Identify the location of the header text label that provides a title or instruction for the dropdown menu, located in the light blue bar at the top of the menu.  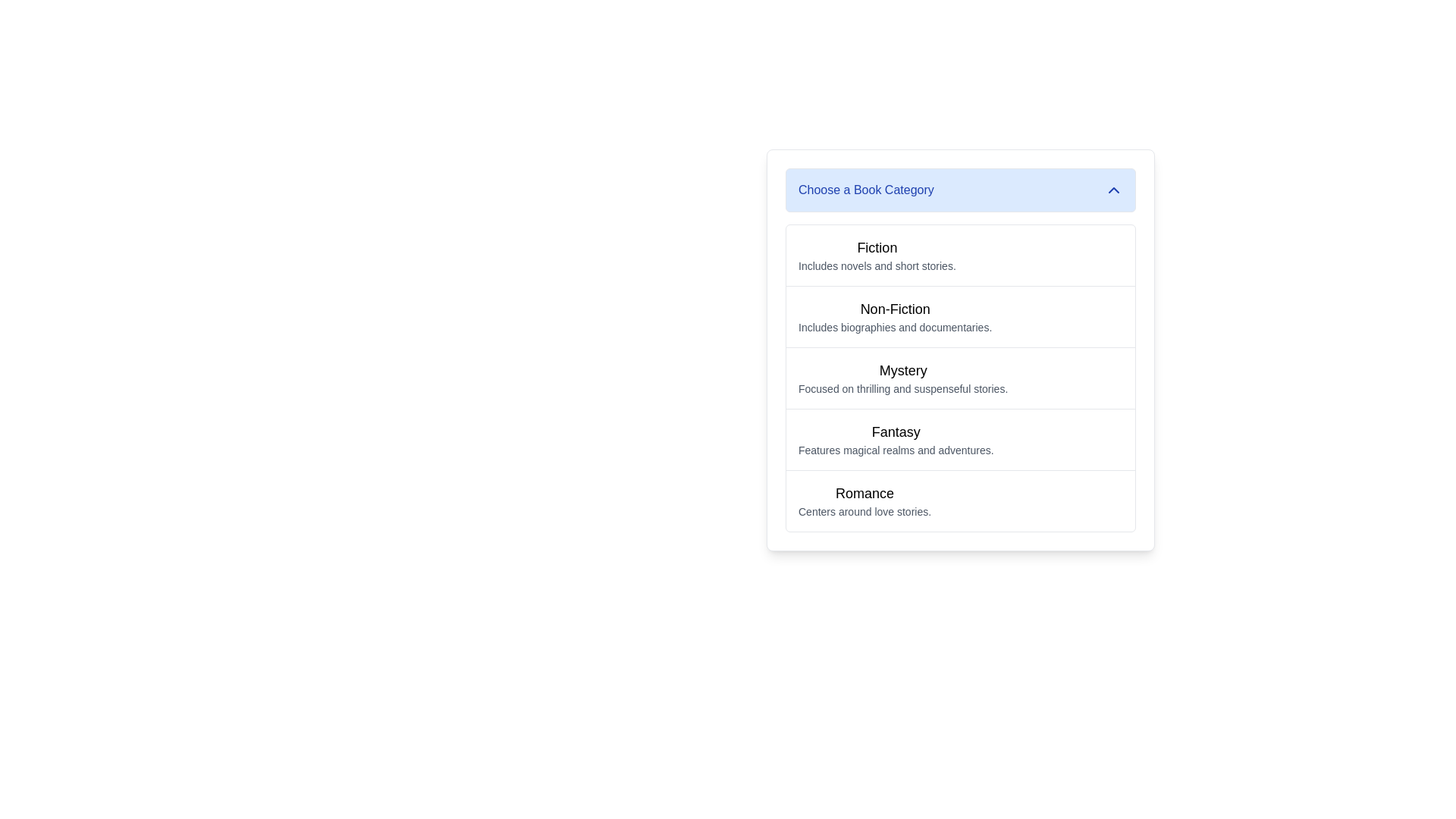
(866, 189).